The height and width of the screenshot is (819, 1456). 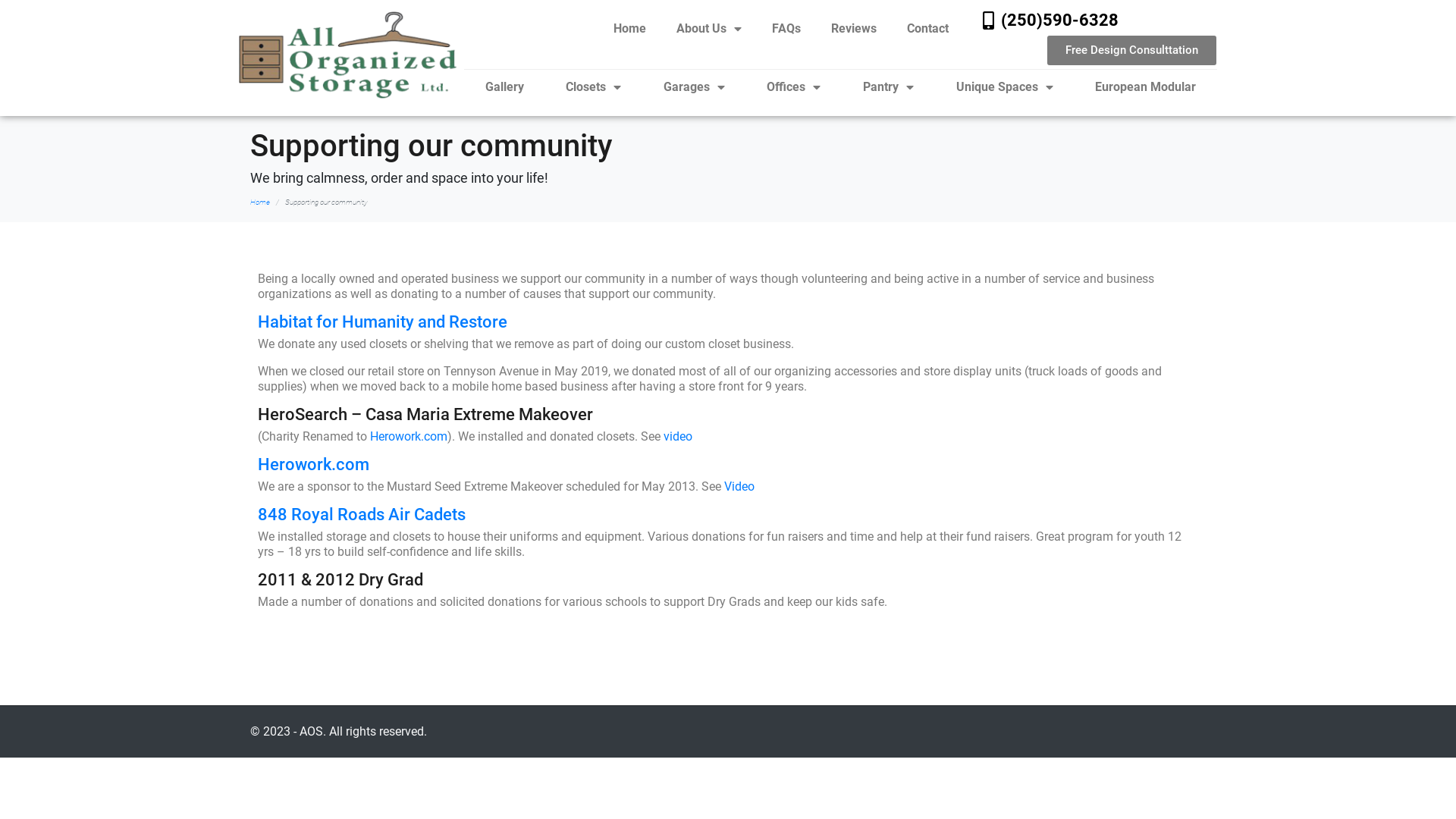 I want to click on 'Closets', so click(x=592, y=87).